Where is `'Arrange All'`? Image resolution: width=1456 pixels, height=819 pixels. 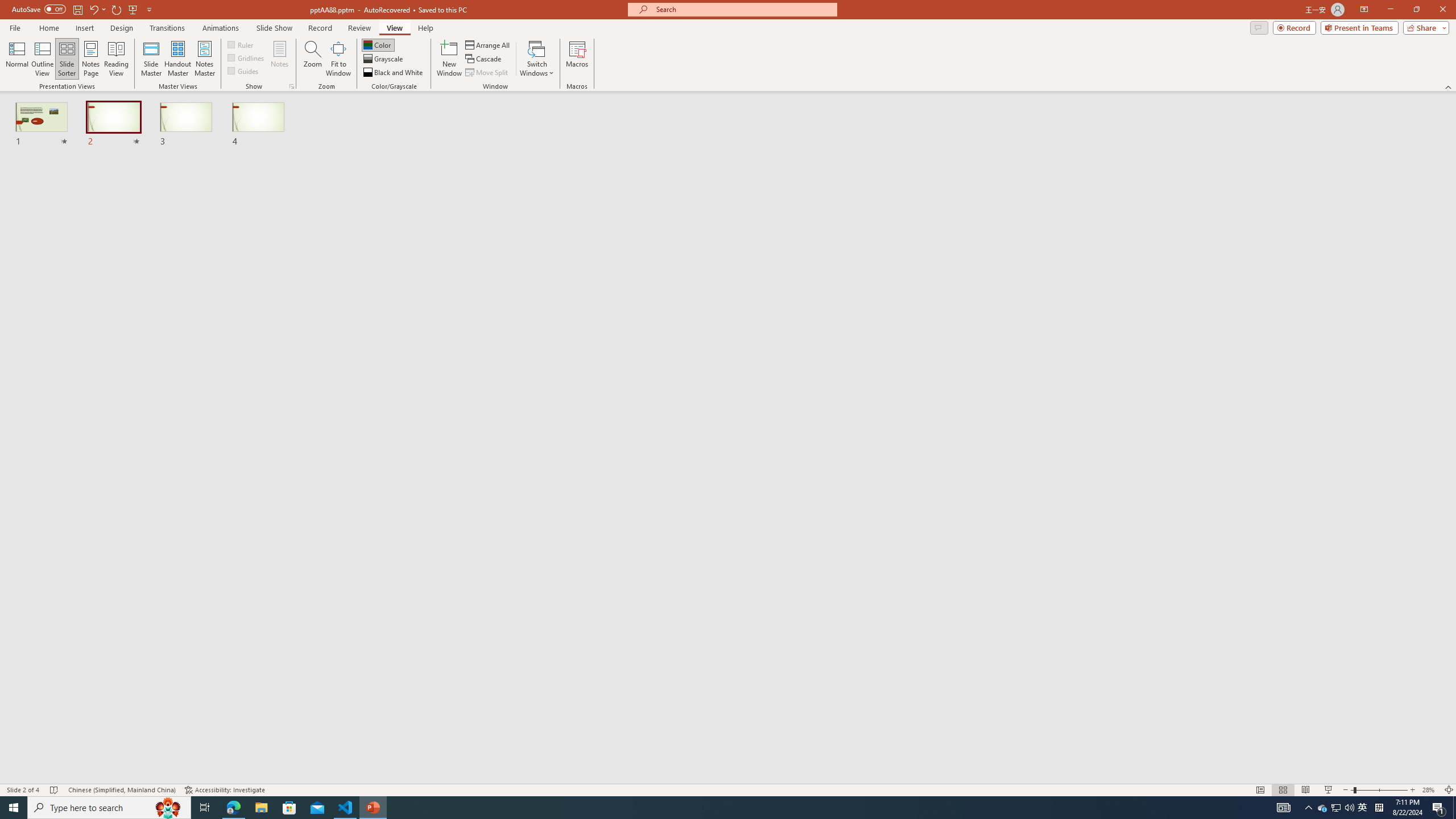
'Arrange All' is located at coordinates (487, 44).